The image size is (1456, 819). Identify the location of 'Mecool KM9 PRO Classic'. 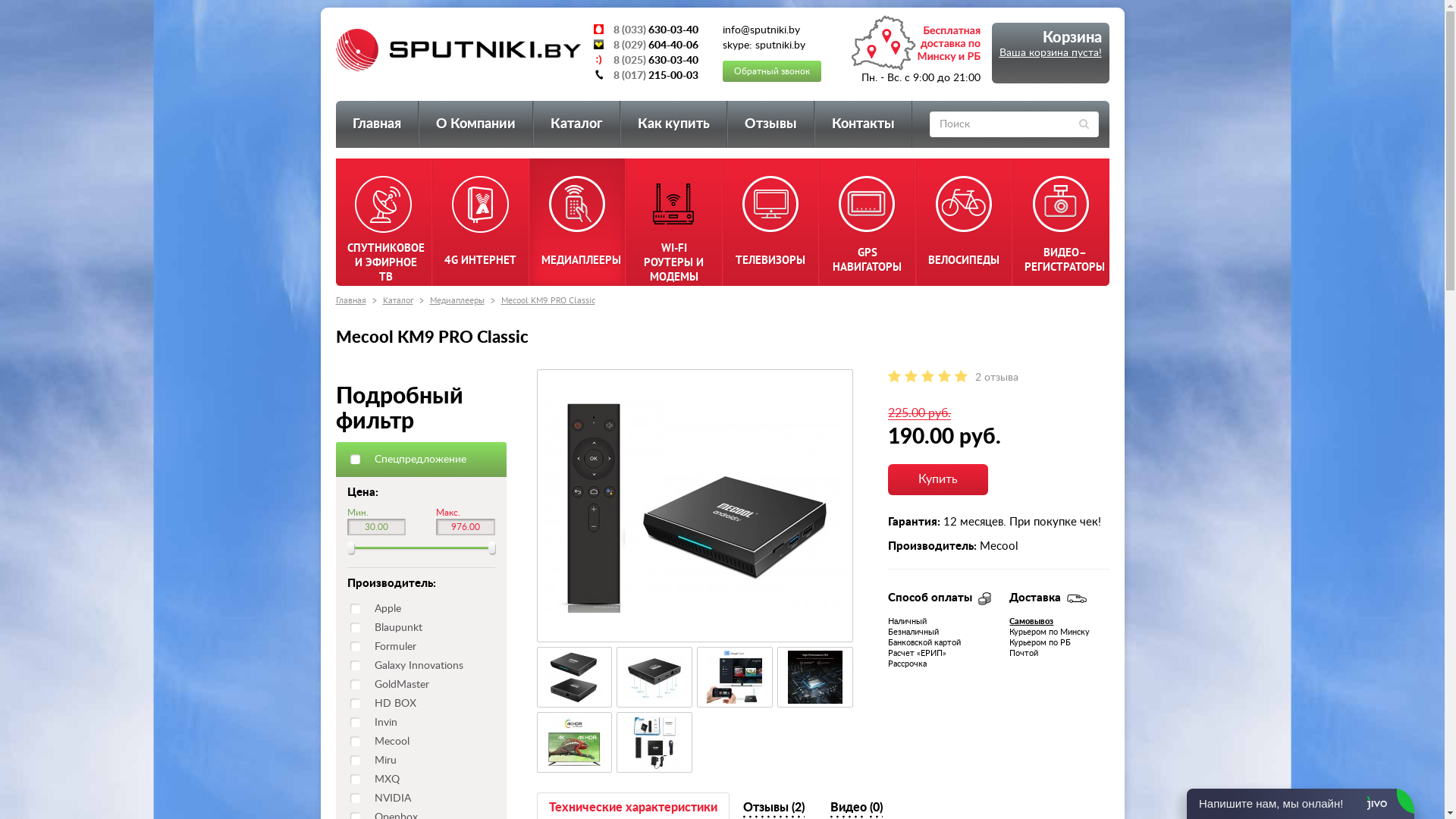
(574, 742).